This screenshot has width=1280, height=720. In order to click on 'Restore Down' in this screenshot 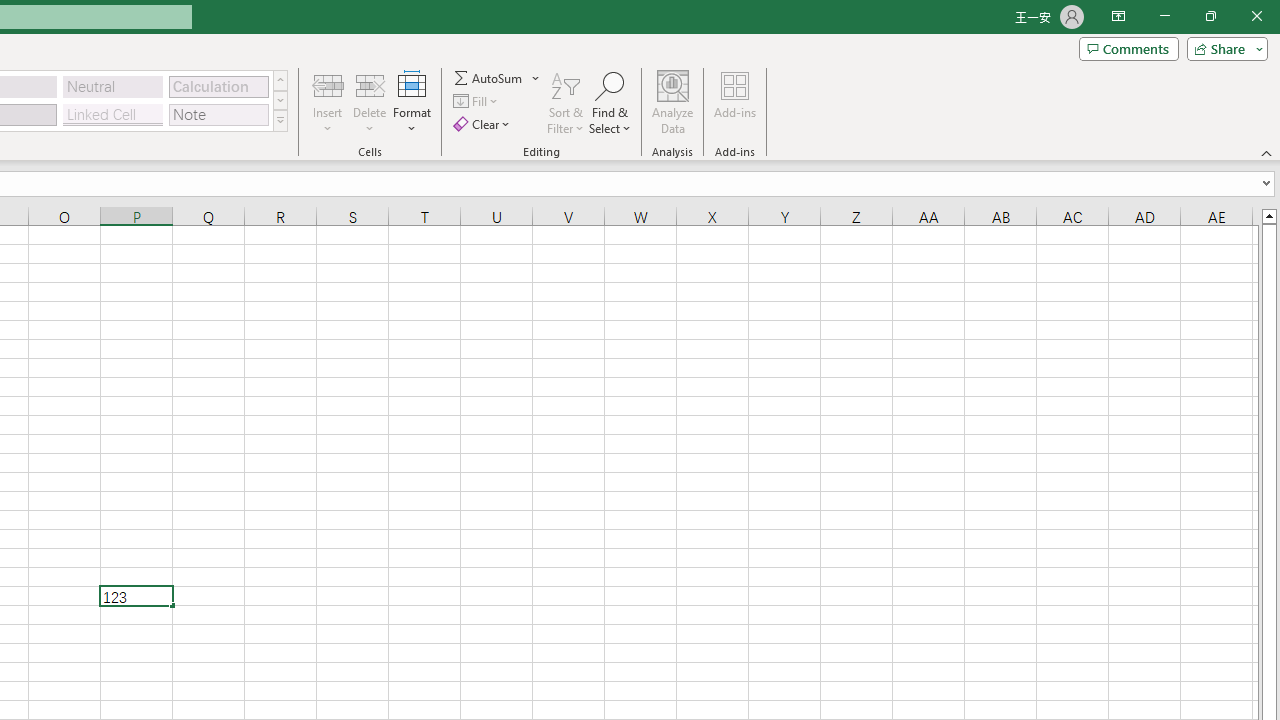, I will do `click(1209, 16)`.